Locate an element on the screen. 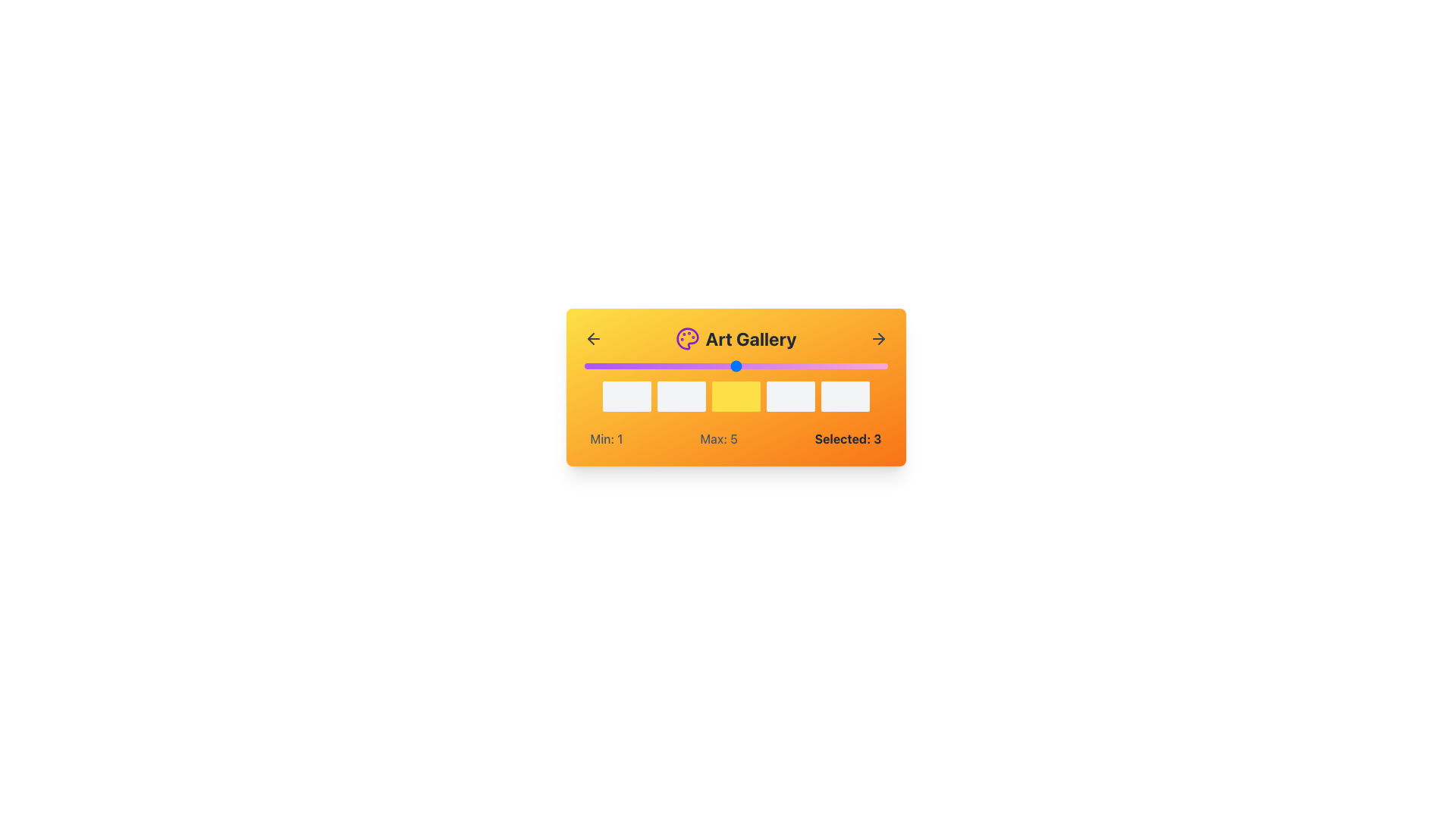 The image size is (1456, 819). the first static visual block or placeholder in the horizontal arrangement below the 'Art Gallery' section is located at coordinates (626, 396).